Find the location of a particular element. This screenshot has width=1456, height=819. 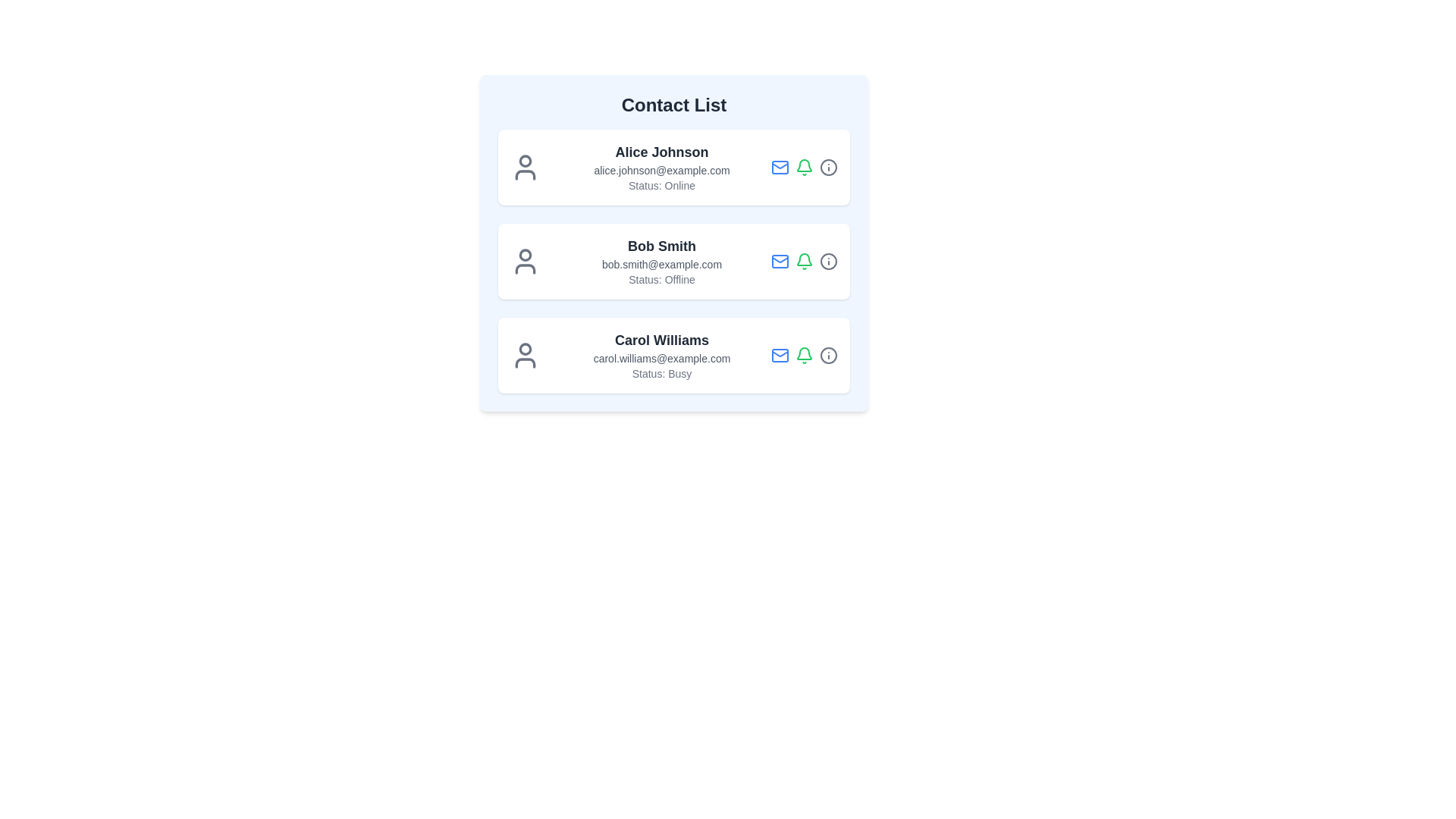

the Mail icon in the contact list is located at coordinates (780, 167).